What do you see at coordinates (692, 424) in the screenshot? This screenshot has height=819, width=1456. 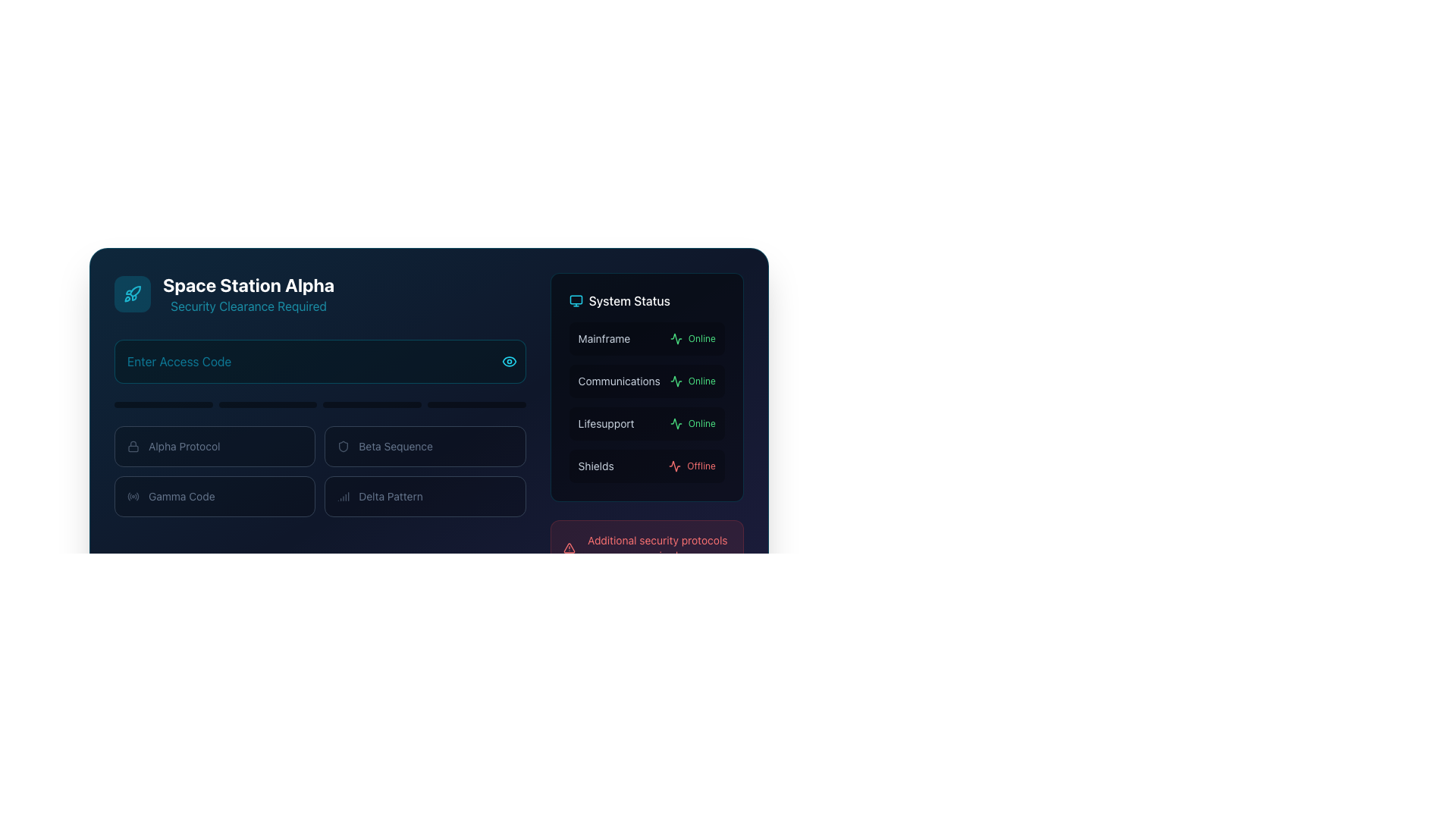 I see `status of the 'Lifesupport' system, which is indicated by the text label showing it is operational (Online) located under the 'System Status' heading on the right-hand side of the interface` at bounding box center [692, 424].